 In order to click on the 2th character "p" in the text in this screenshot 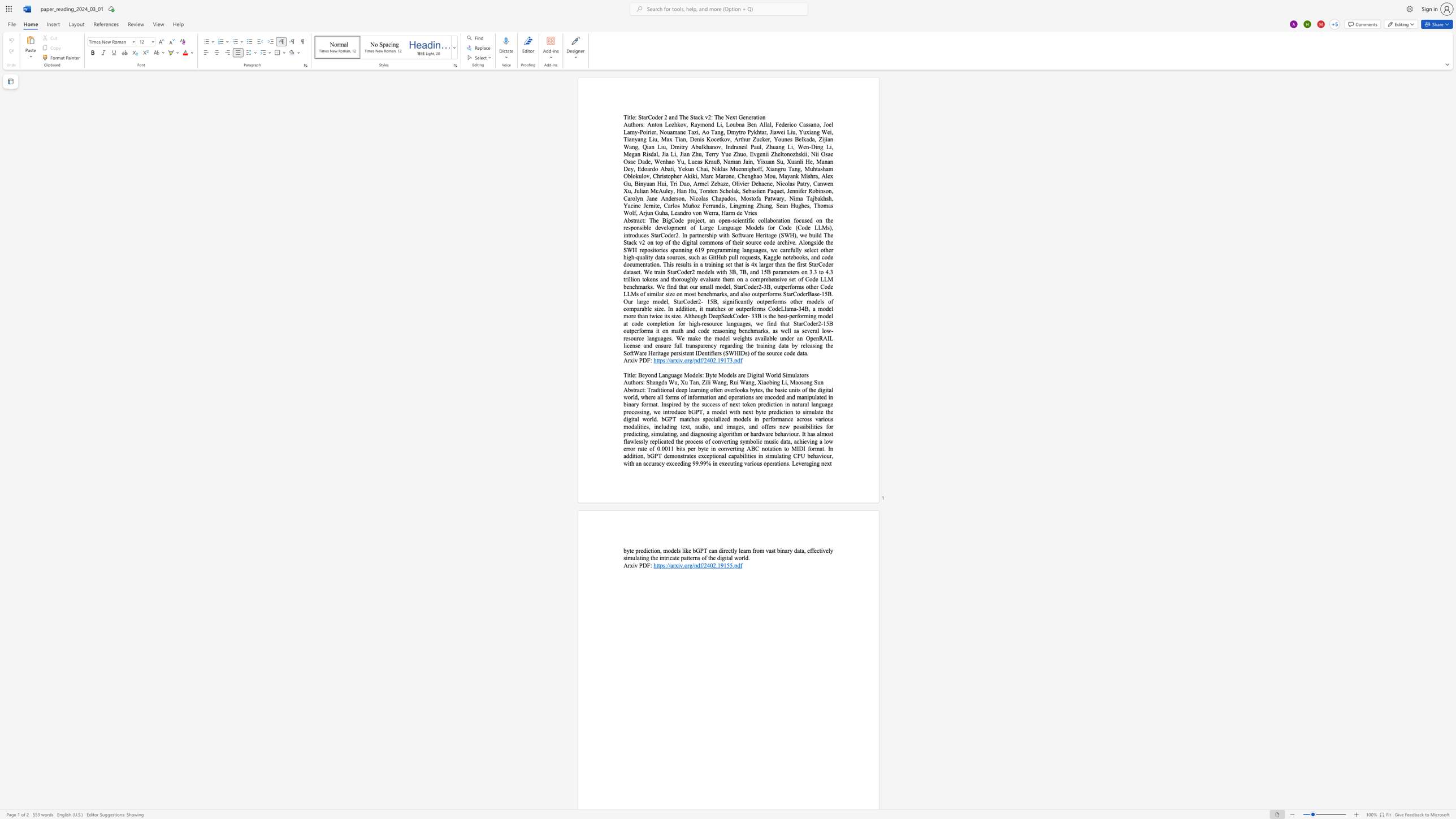, I will do `click(695, 359)`.